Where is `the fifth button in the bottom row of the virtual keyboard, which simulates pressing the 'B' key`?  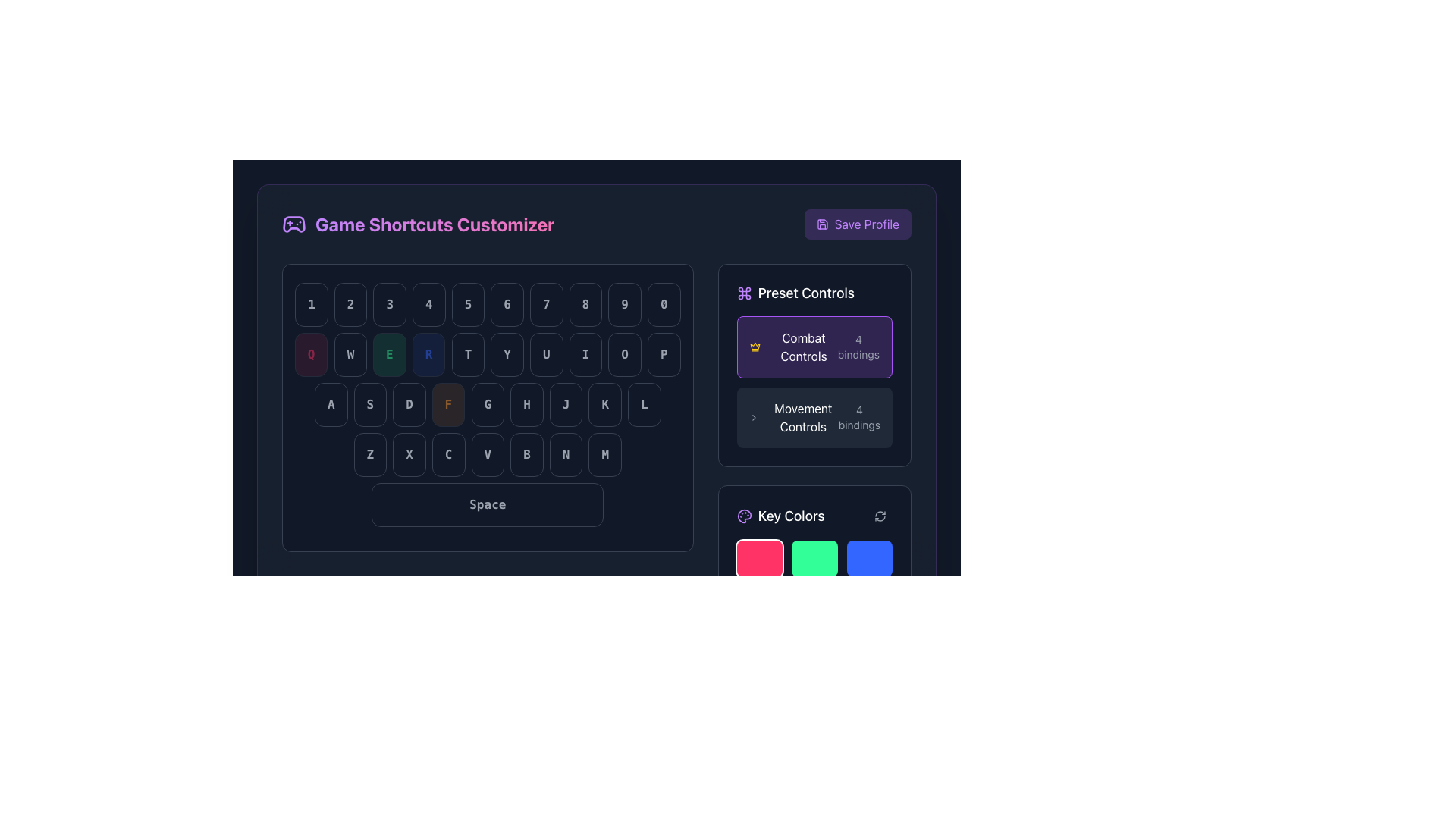
the fifth button in the bottom row of the virtual keyboard, which simulates pressing the 'B' key is located at coordinates (527, 454).